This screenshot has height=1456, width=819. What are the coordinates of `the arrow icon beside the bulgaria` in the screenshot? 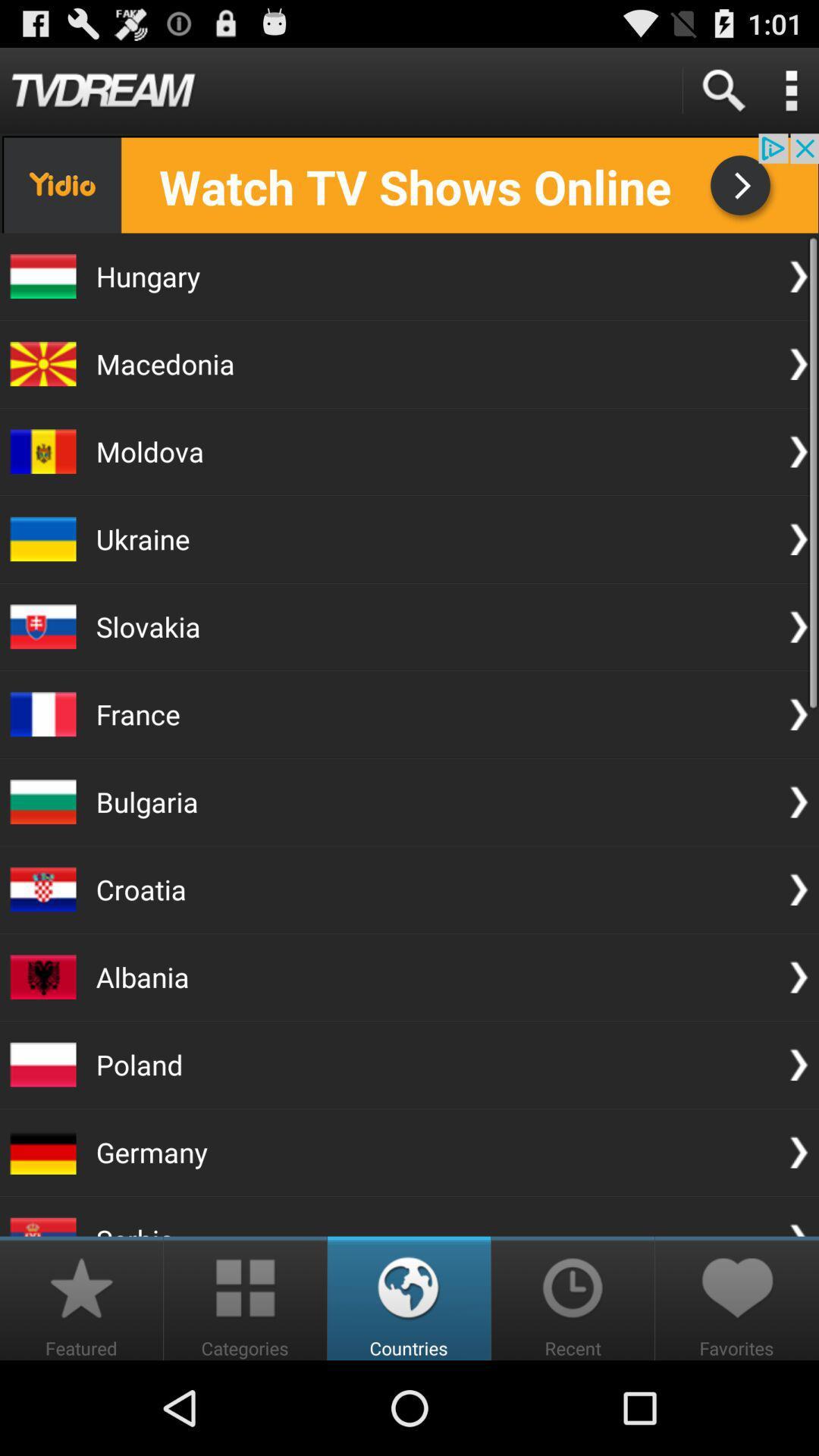 It's located at (798, 801).